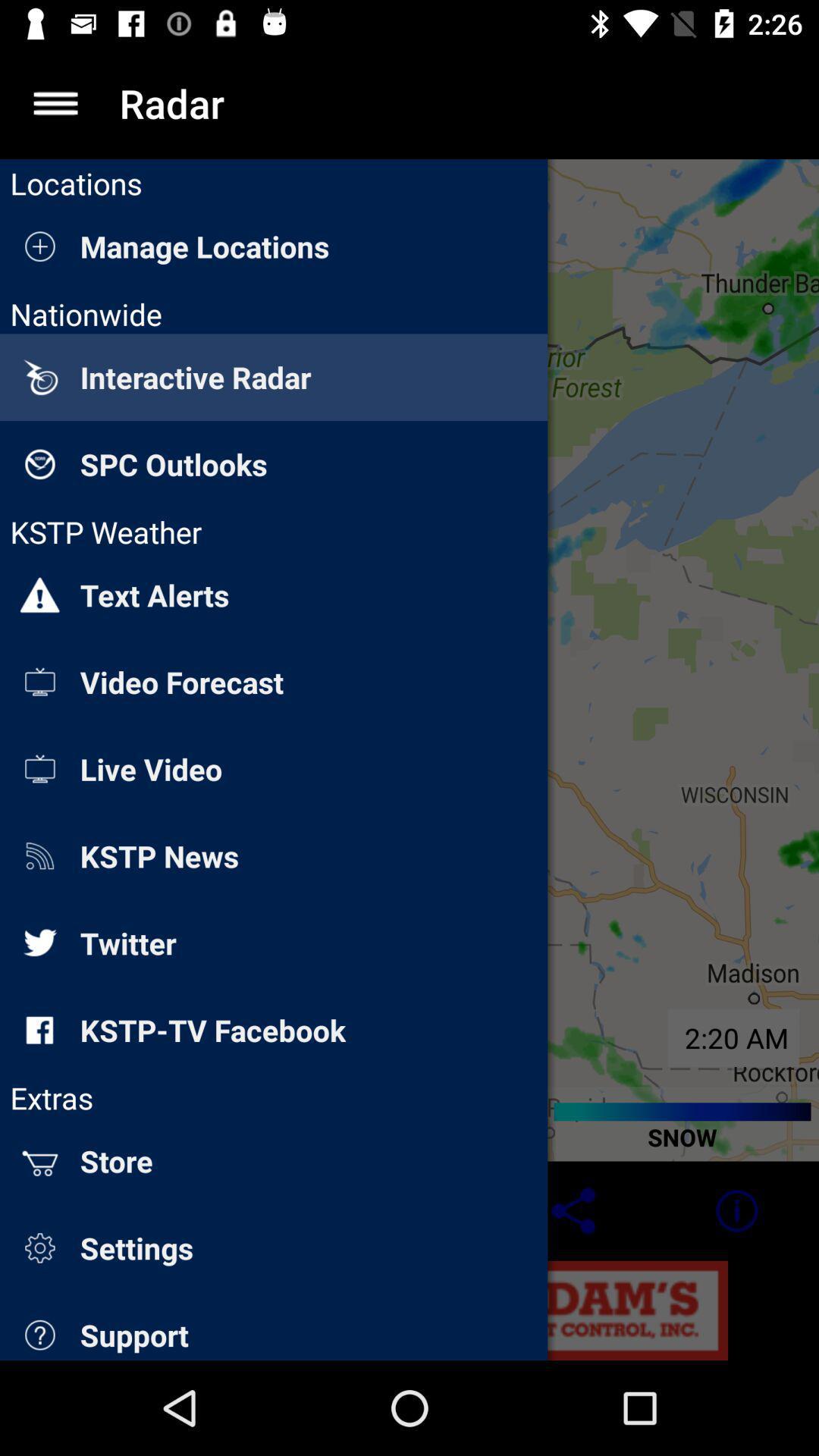  What do you see at coordinates (55, 102) in the screenshot?
I see `the menu icon` at bounding box center [55, 102].